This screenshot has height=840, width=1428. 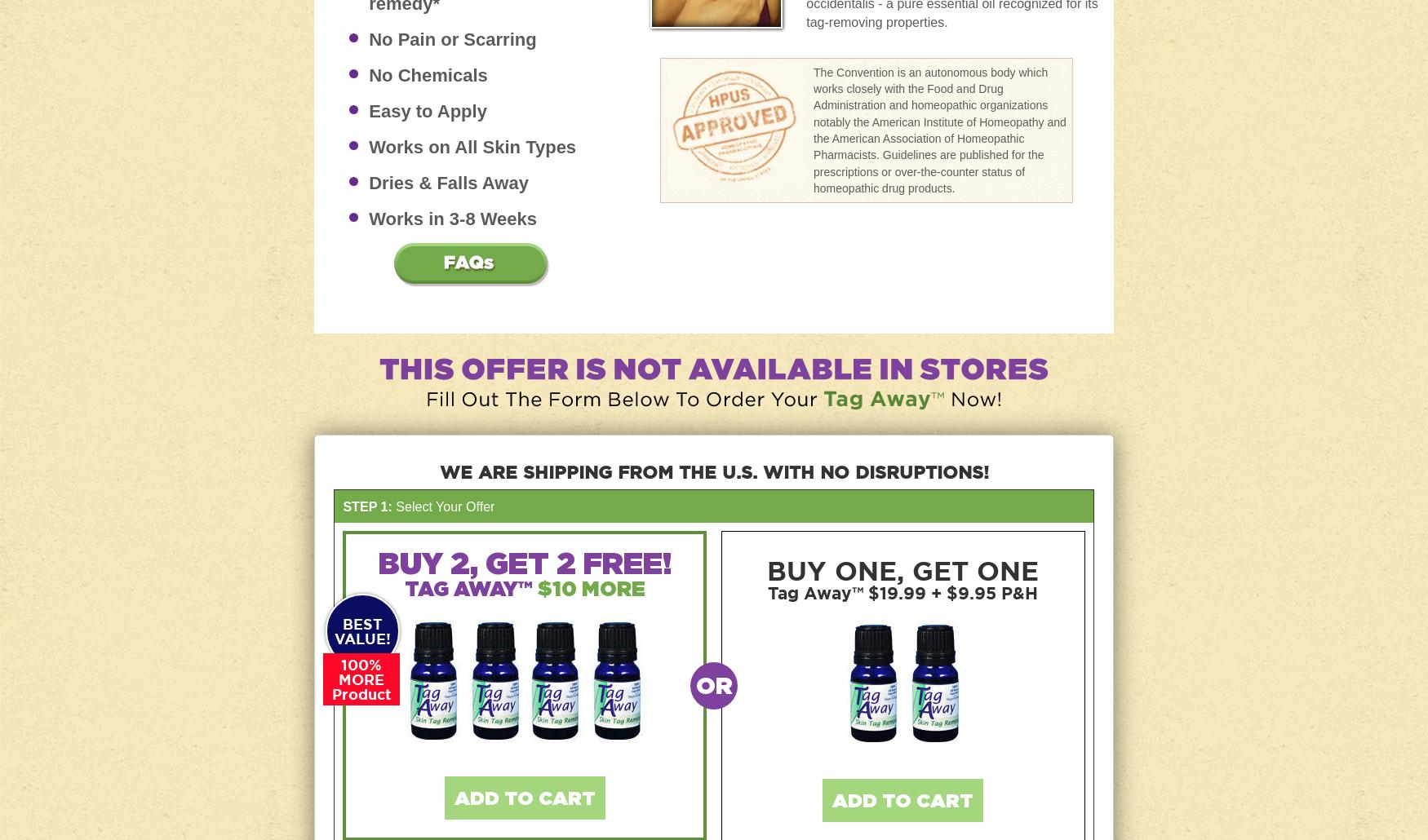 I want to click on 'Dries & Falls Away', so click(x=369, y=182).